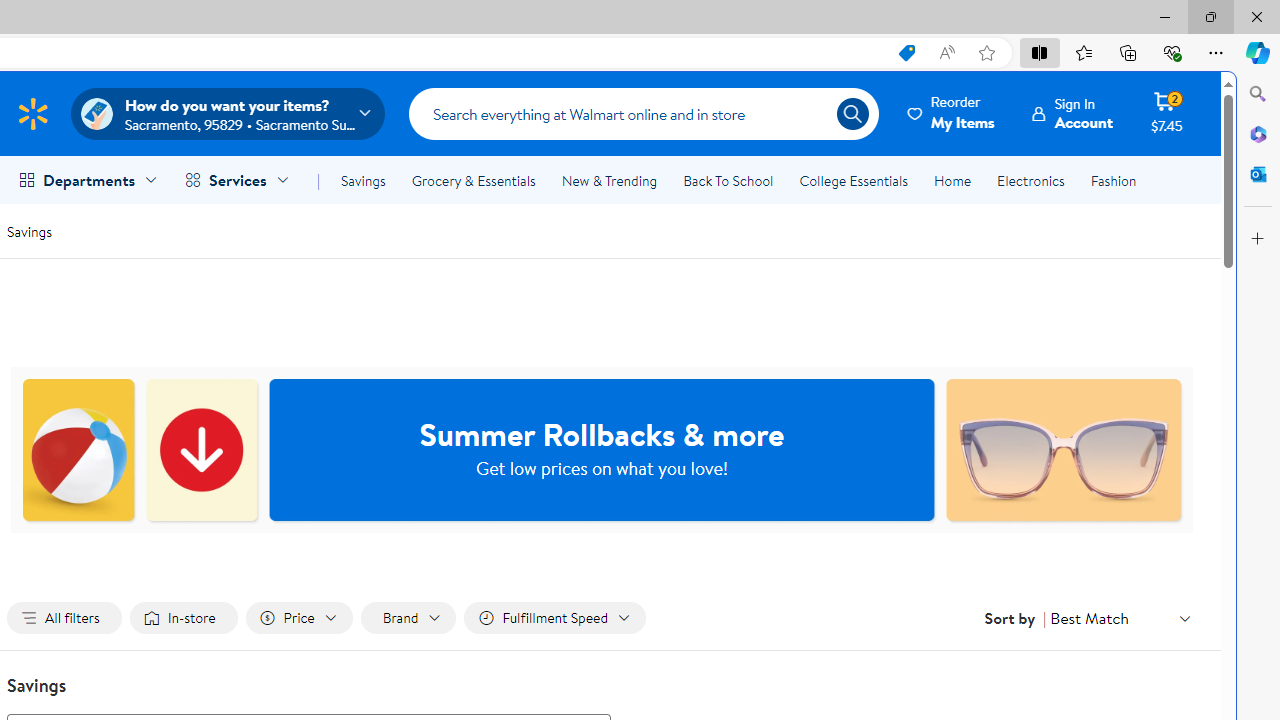 This screenshot has width=1280, height=720. I want to click on 'Close Search pane', so click(1257, 94).